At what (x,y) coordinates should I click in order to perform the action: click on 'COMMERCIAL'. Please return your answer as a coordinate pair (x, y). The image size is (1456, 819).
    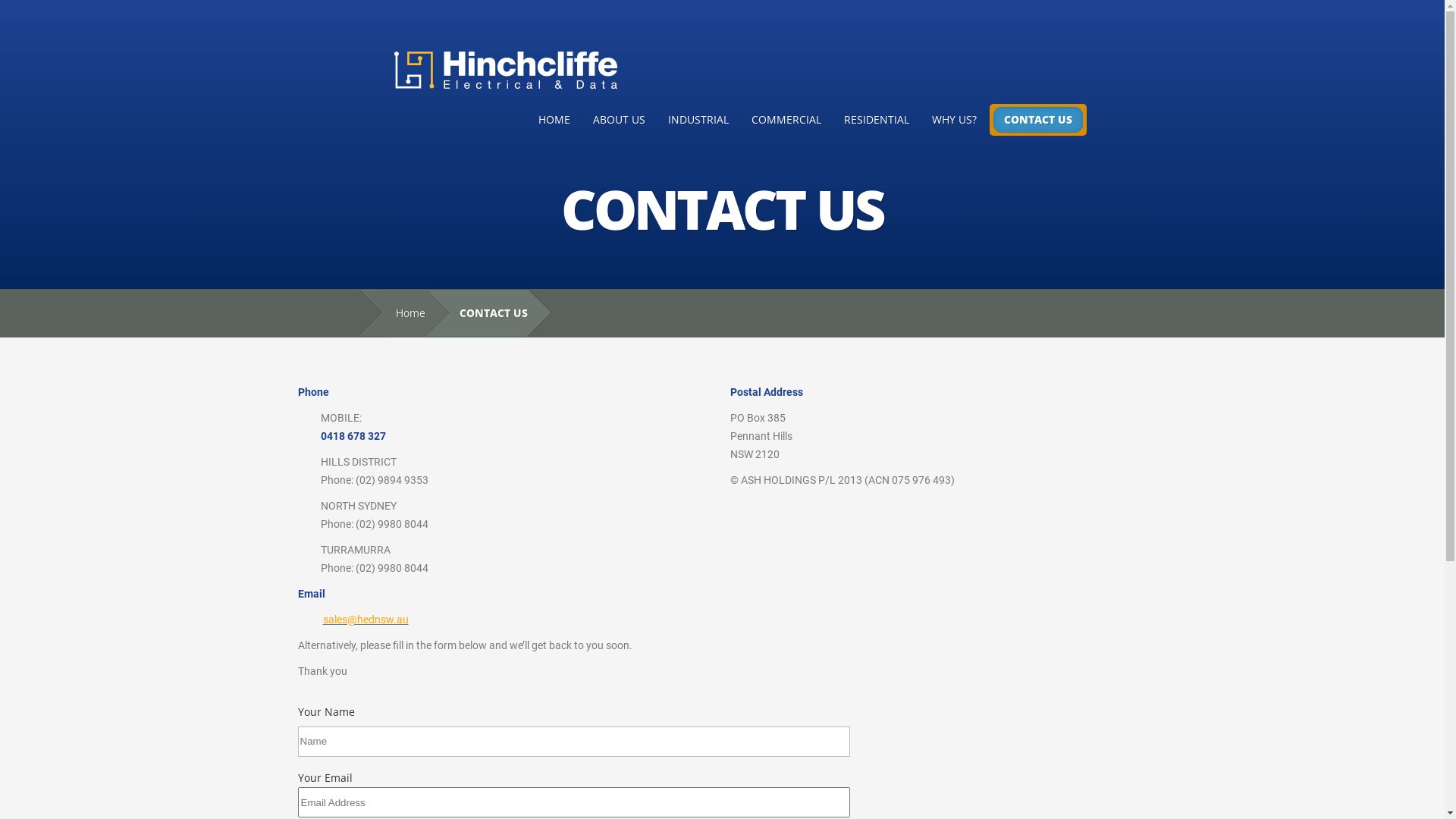
    Looking at the image, I should click on (786, 119).